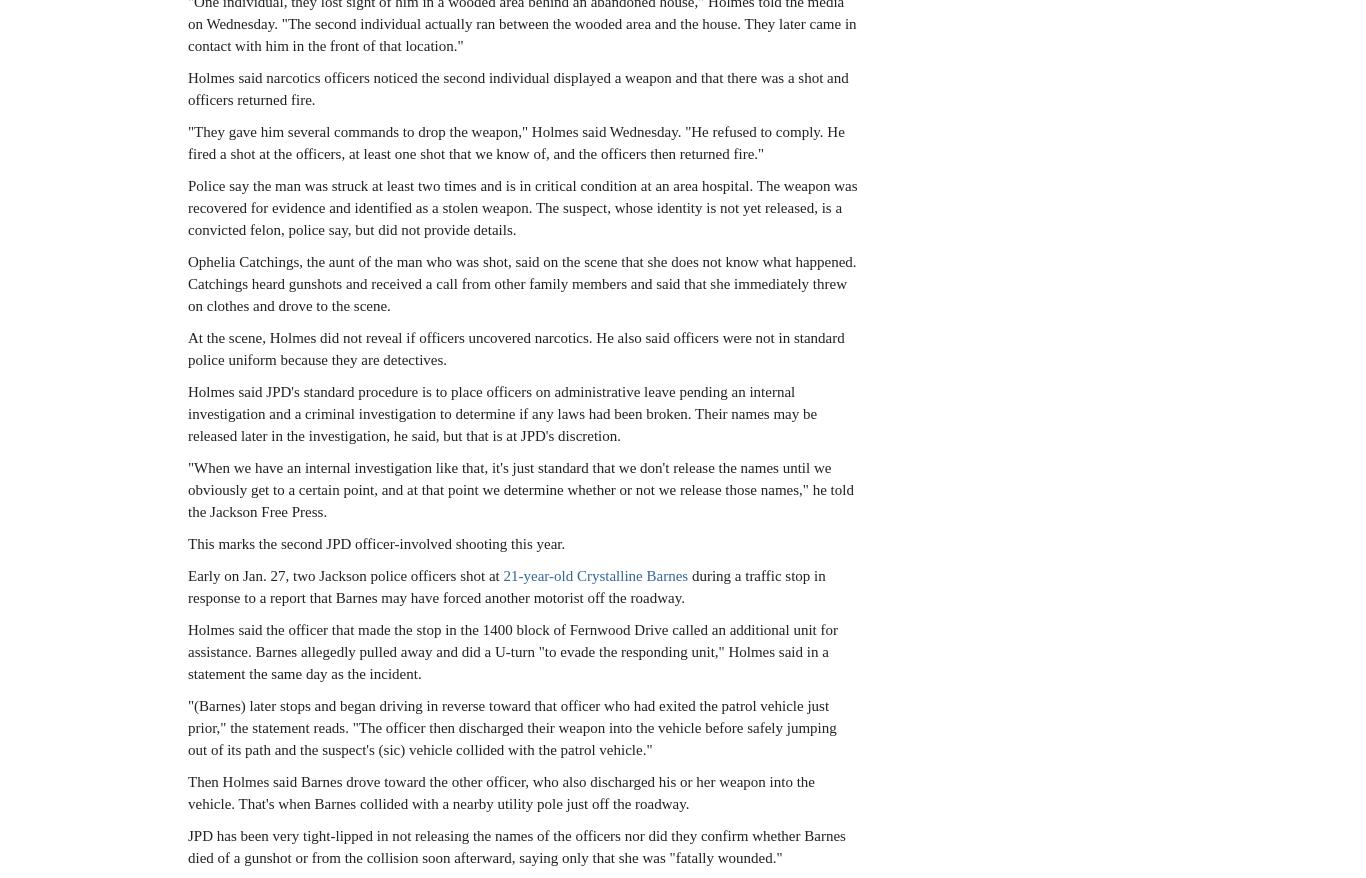 This screenshot has height=878, width=1366. What do you see at coordinates (186, 650) in the screenshot?
I see `'Holmes said the officer that made the stop in the 1400 block of Fernwood Drive called an additional unit for assistance. Barnes allegedly pulled away and did a U-turn "to evade the responding unit," Holmes said in a statement the same day as the incident.'` at bounding box center [186, 650].